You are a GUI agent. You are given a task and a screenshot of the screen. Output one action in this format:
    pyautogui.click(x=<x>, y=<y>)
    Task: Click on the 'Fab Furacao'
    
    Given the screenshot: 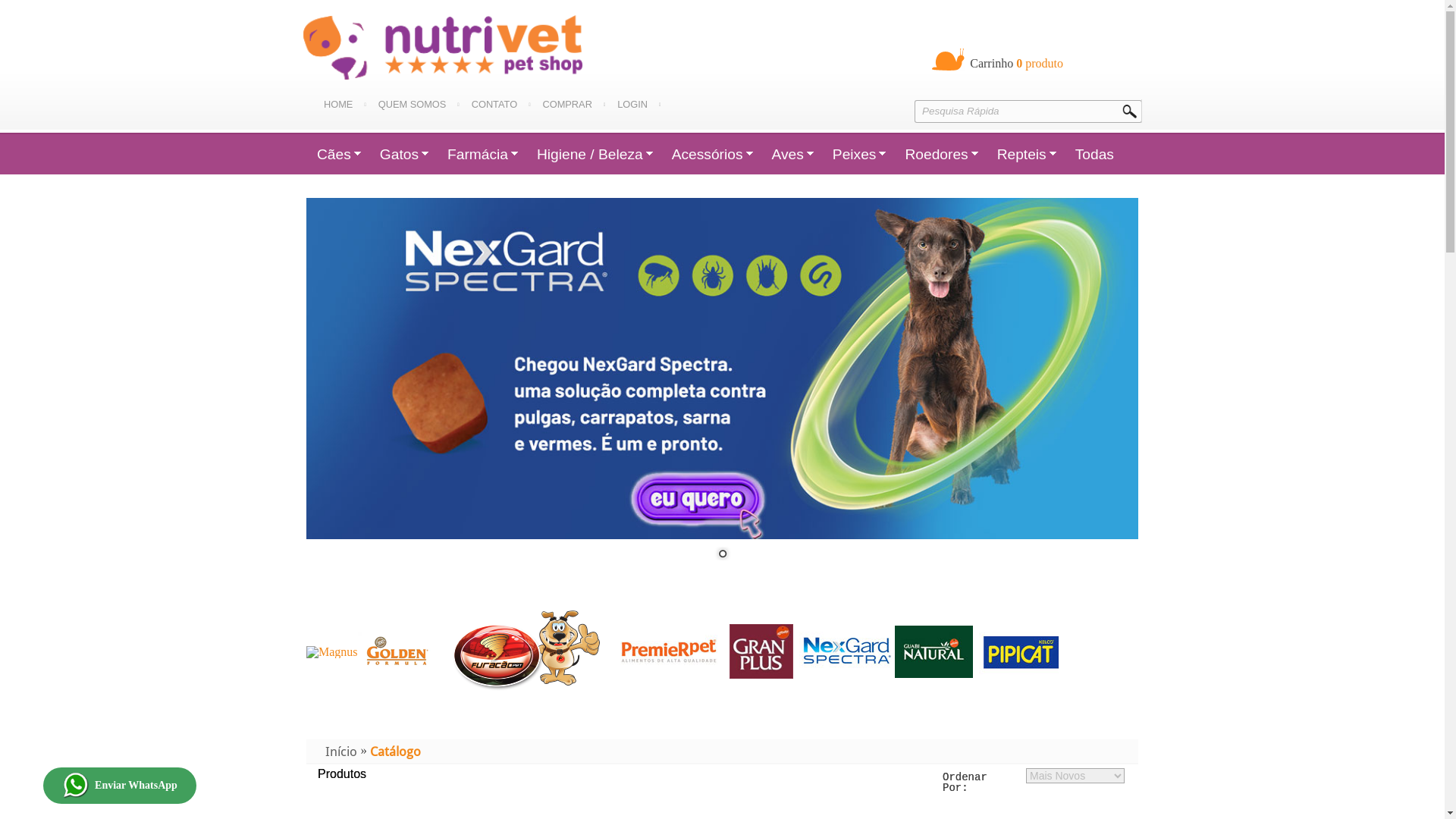 What is the action you would take?
    pyautogui.click(x=526, y=651)
    